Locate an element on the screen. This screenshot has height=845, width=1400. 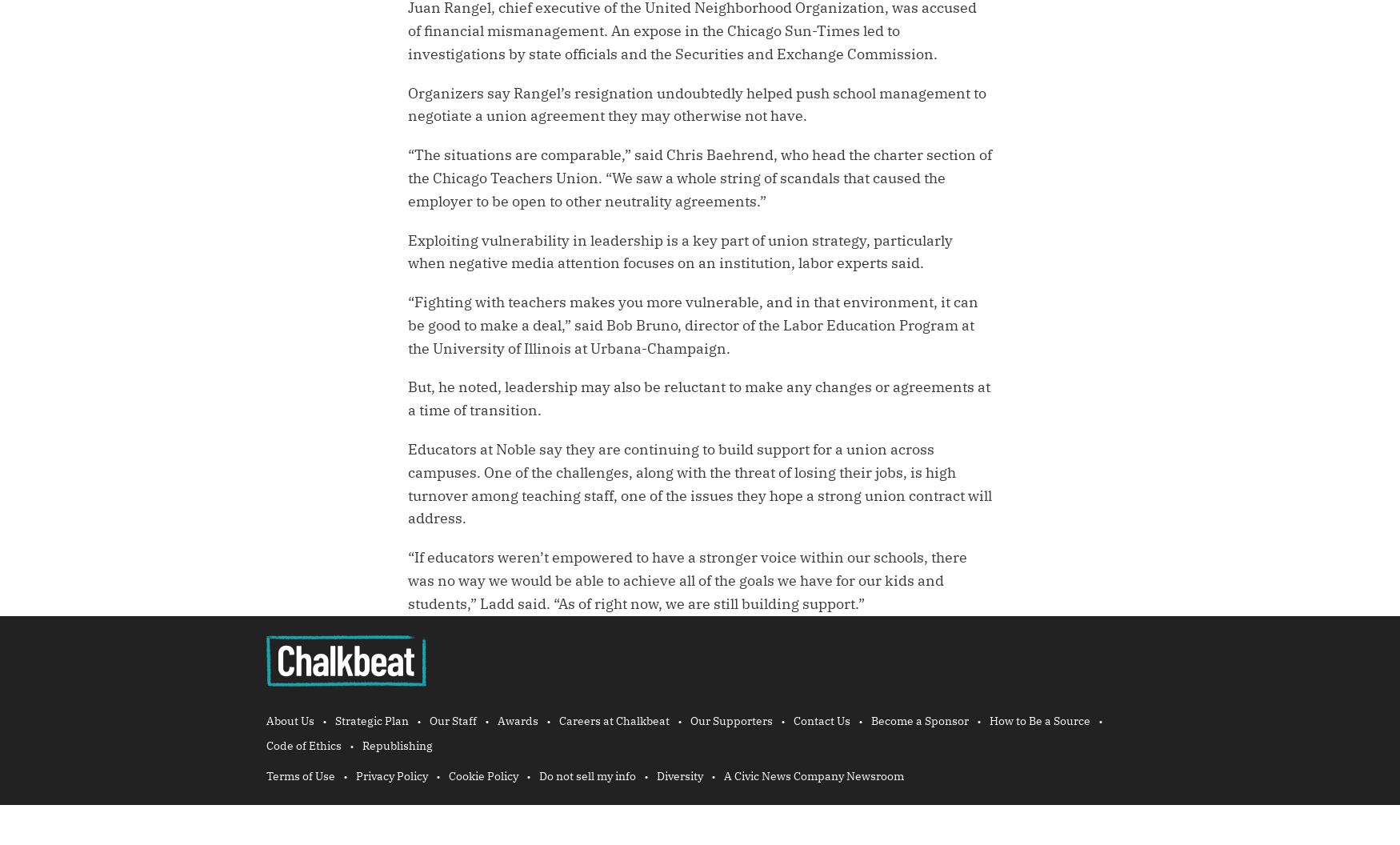
'Cookie Policy' is located at coordinates (483, 776).